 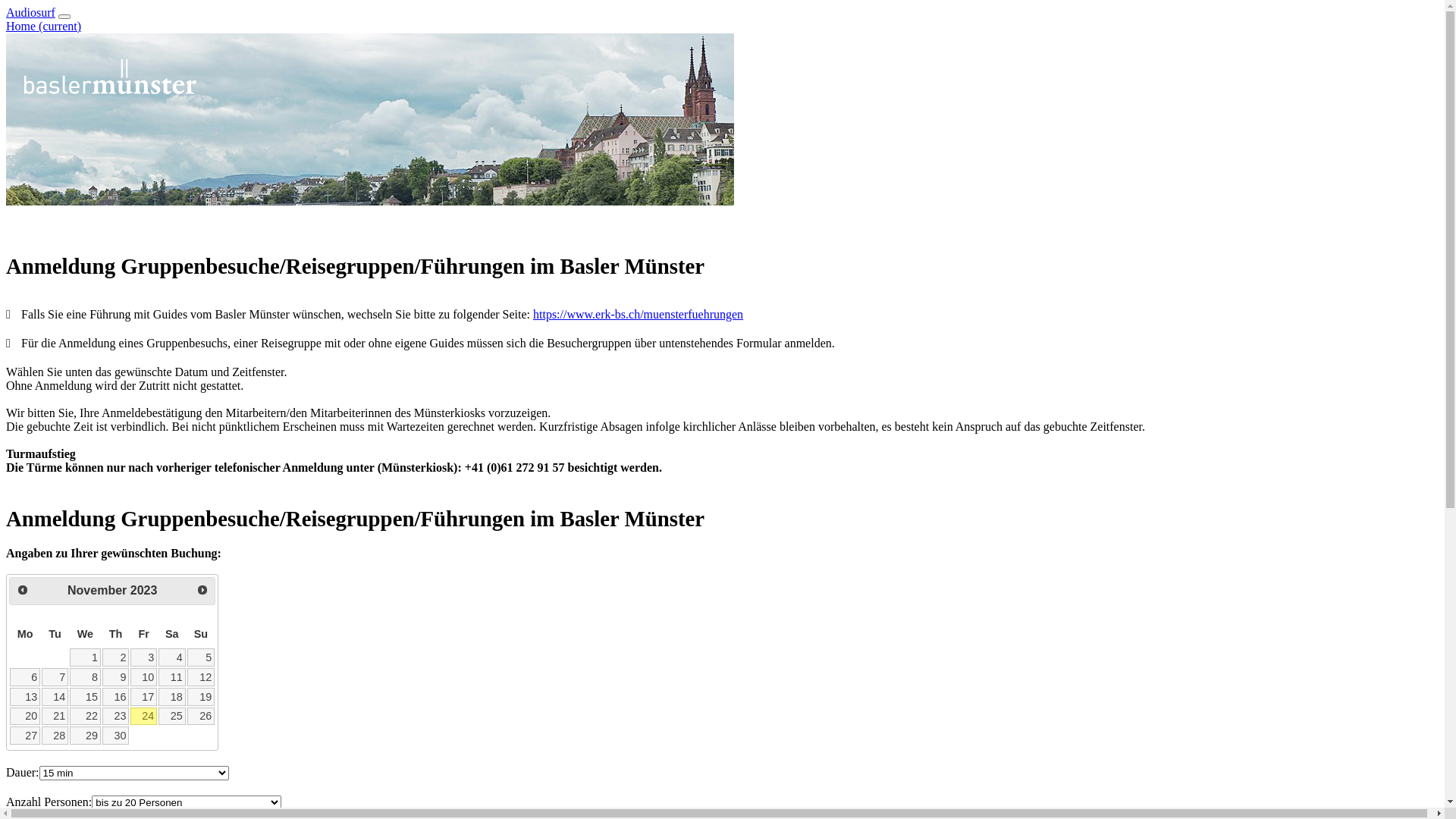 I want to click on '8', so click(x=84, y=676).